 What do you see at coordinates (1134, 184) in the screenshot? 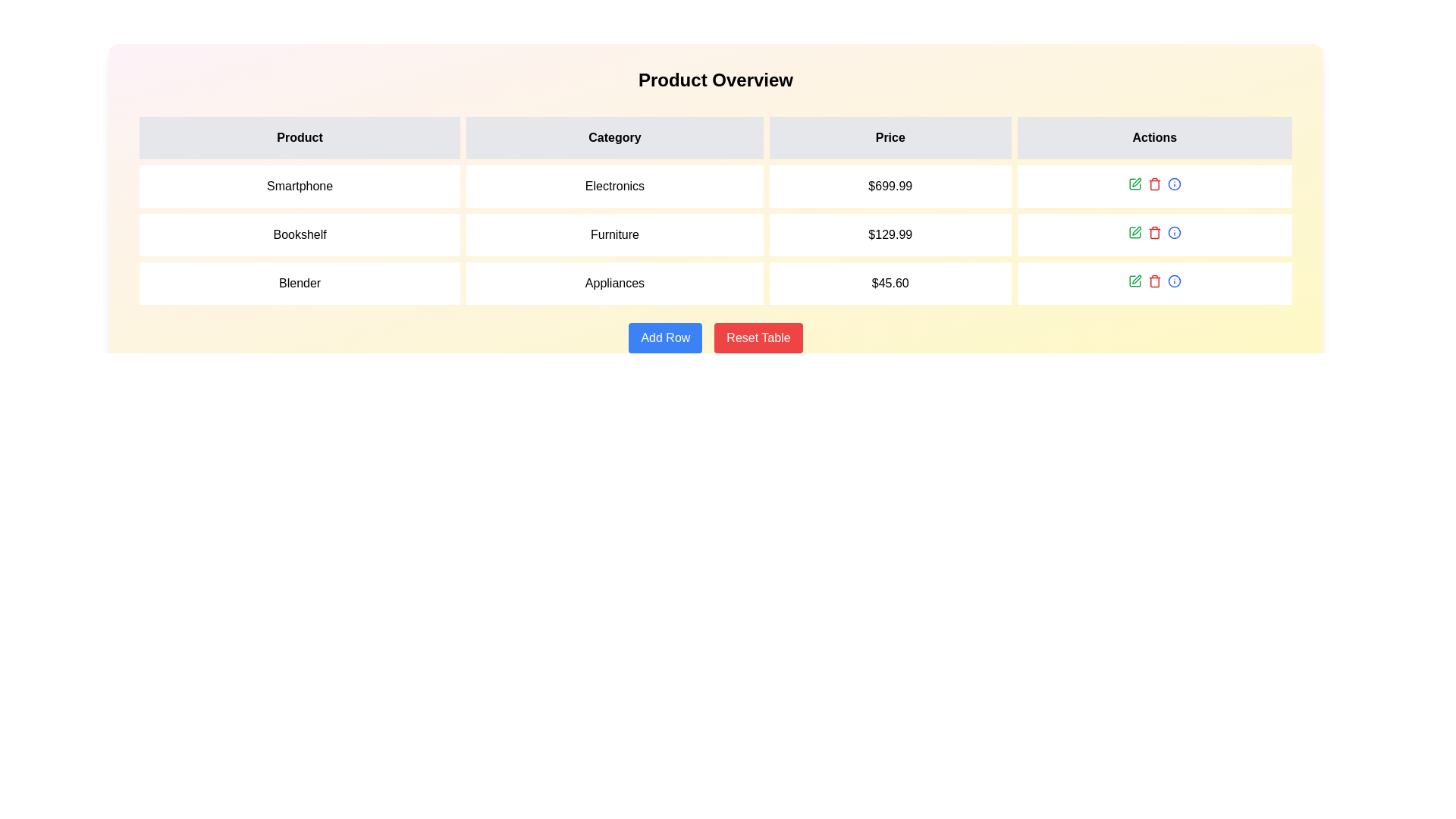
I see `the green pencil icon button in the 'Actions' column of the table for the product 'Smartphone' to initiate the edit functionality` at bounding box center [1134, 184].